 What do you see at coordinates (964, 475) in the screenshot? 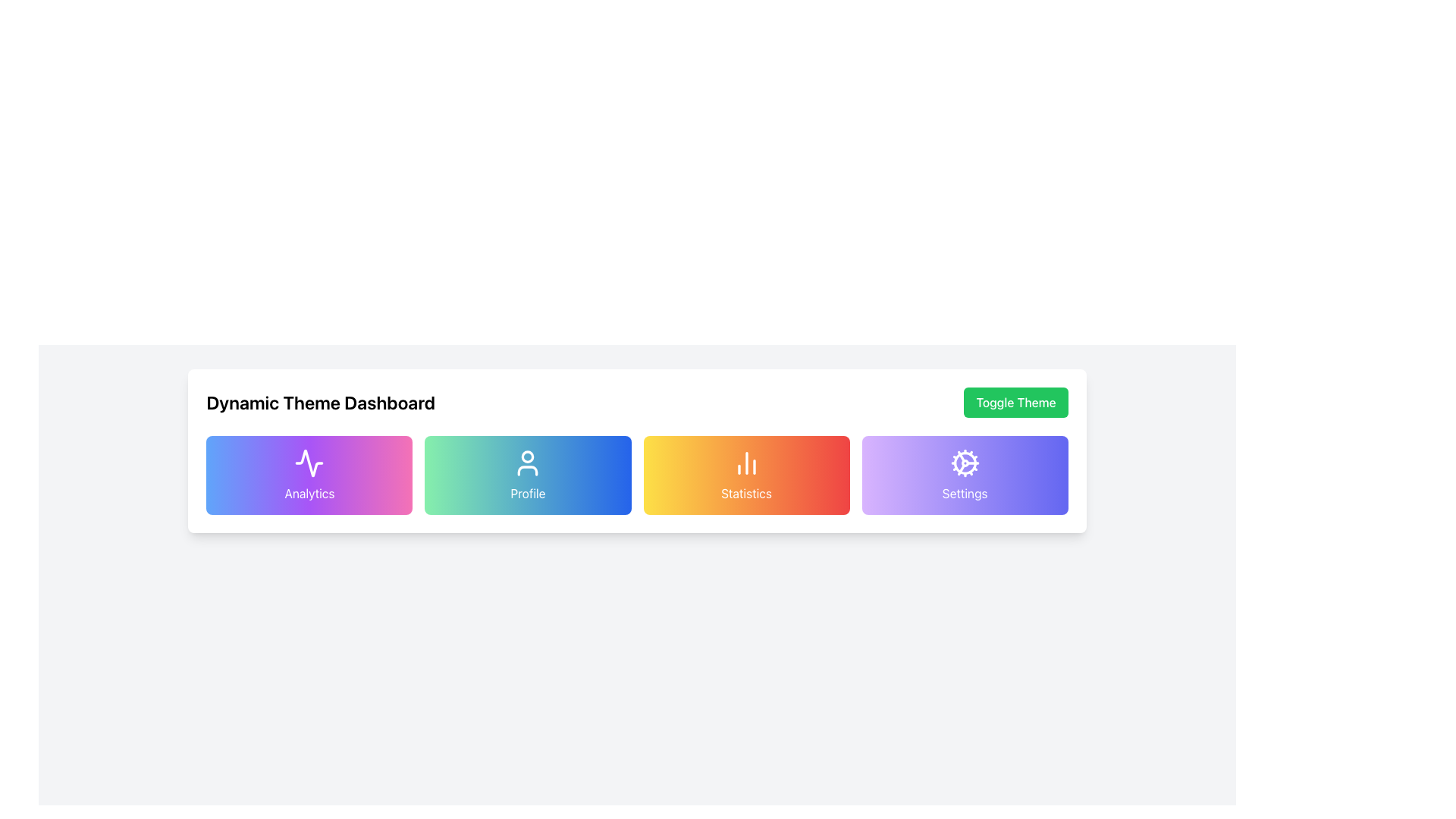
I see `the 'Settings' card which is the fourth card in a grid of four cards, located to the right of the 'Statistics' card and below the 'Toggle Theme' button` at bounding box center [964, 475].